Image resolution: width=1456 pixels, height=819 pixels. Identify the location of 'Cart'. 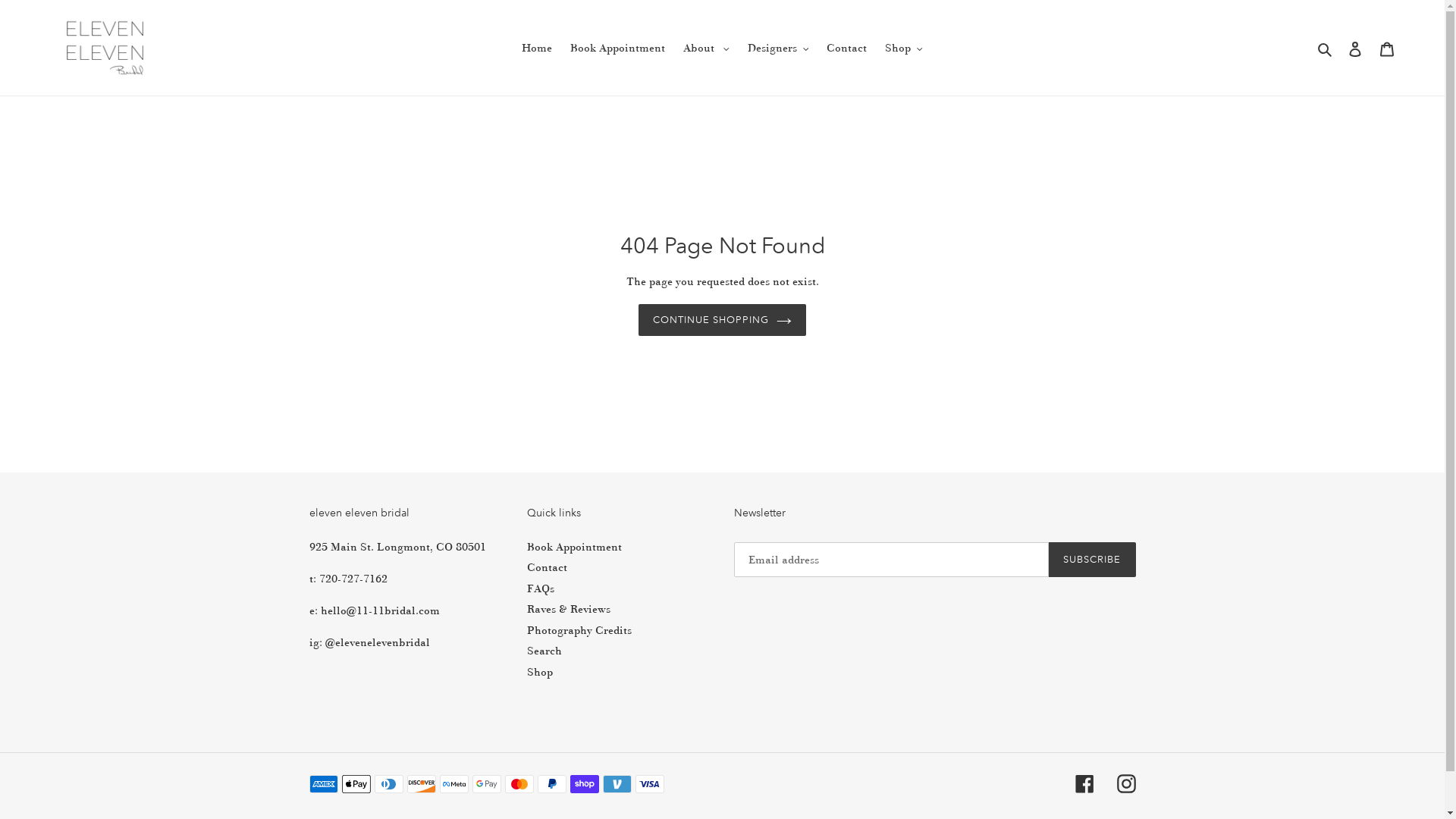
(1386, 47).